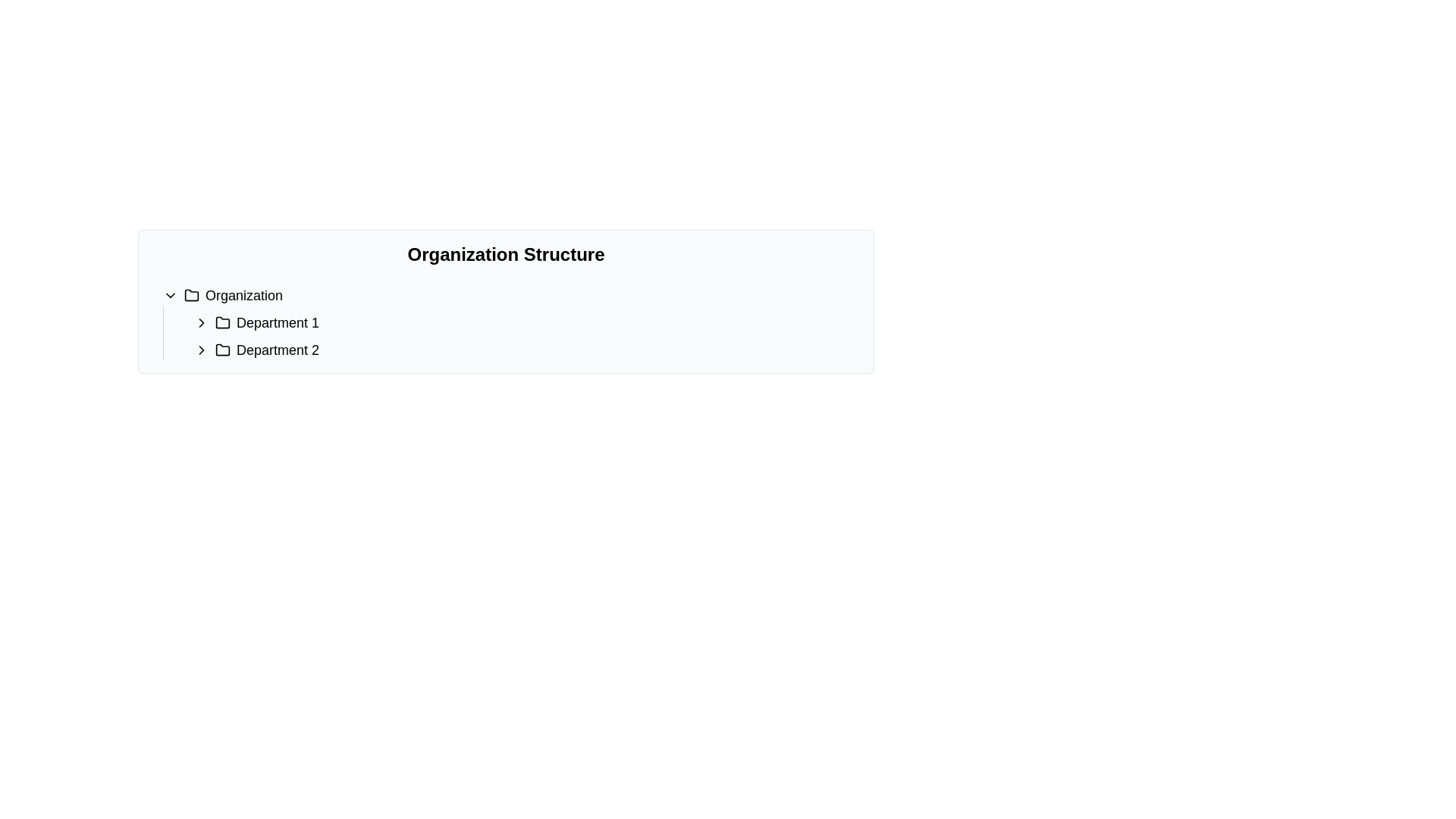 This screenshot has width=1456, height=819. Describe the element at coordinates (191, 295) in the screenshot. I see `the minimalist folder icon located to the left of the text 'Organization'` at that location.